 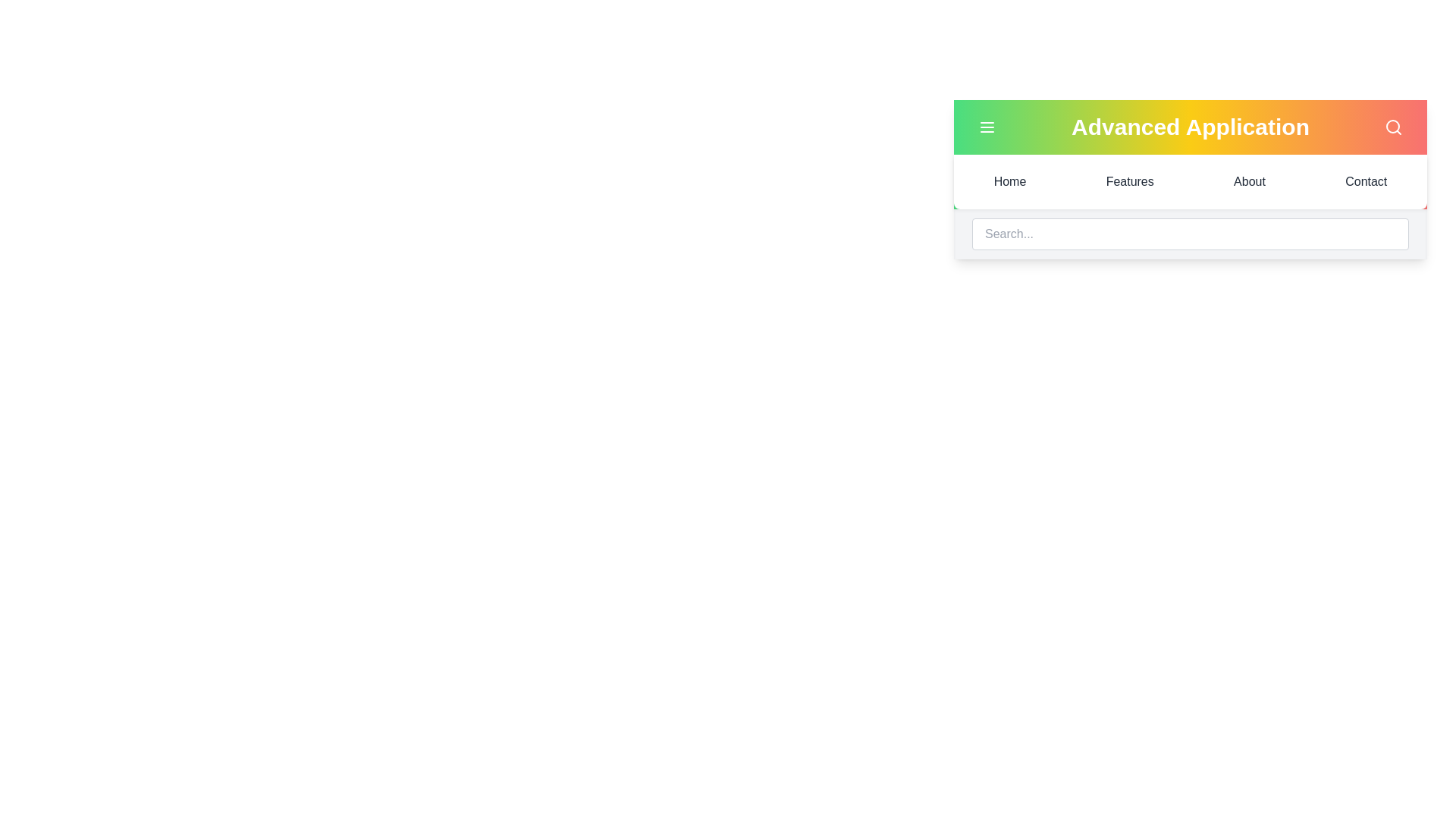 What do you see at coordinates (1189, 234) in the screenshot?
I see `the search field and type the text 'example search'` at bounding box center [1189, 234].